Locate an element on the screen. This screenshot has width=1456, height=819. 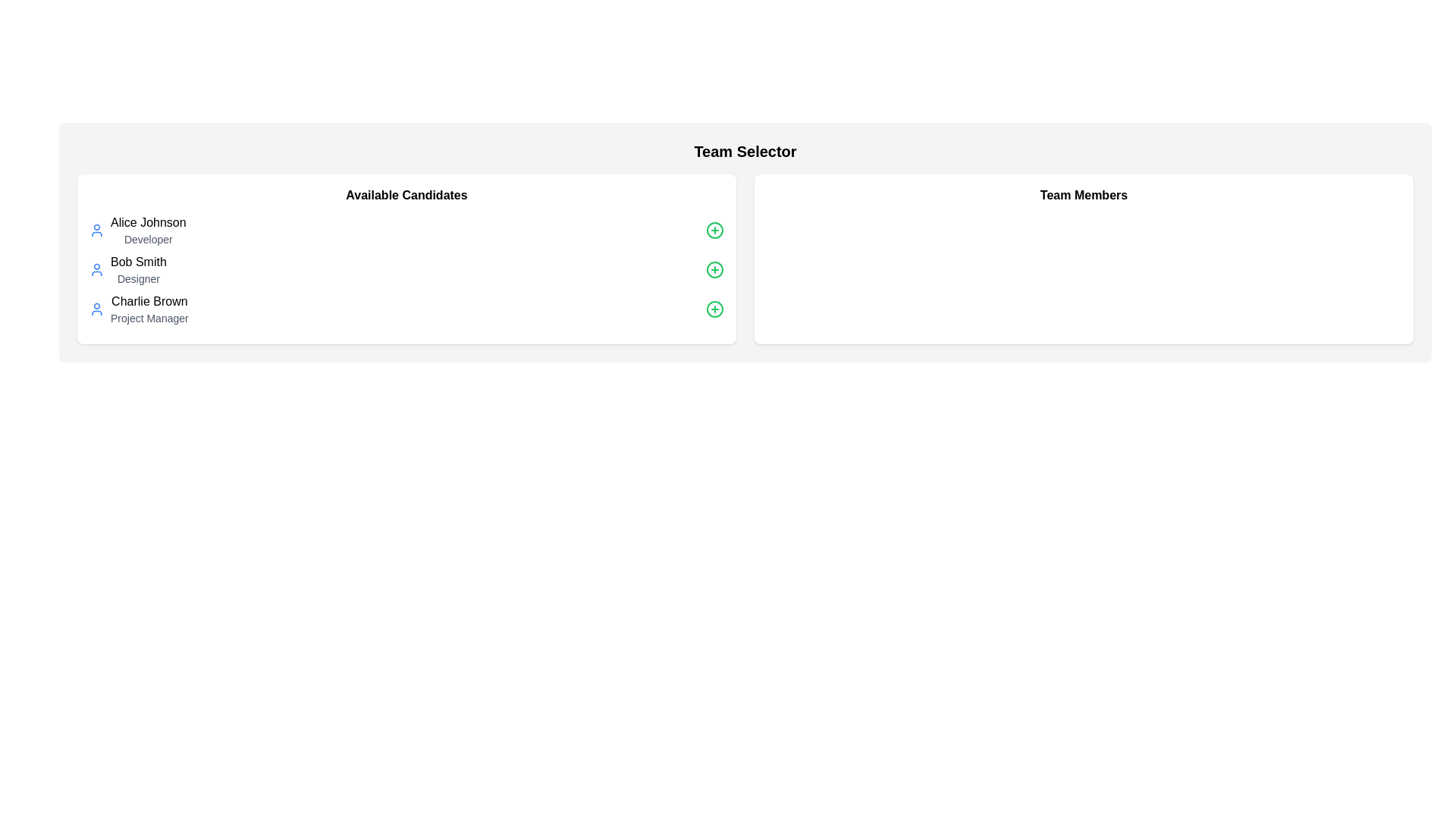
the candidate icon representing Alice Johnson, located to the left of the text 'Alice Johnson' and 'Developer' is located at coordinates (96, 231).